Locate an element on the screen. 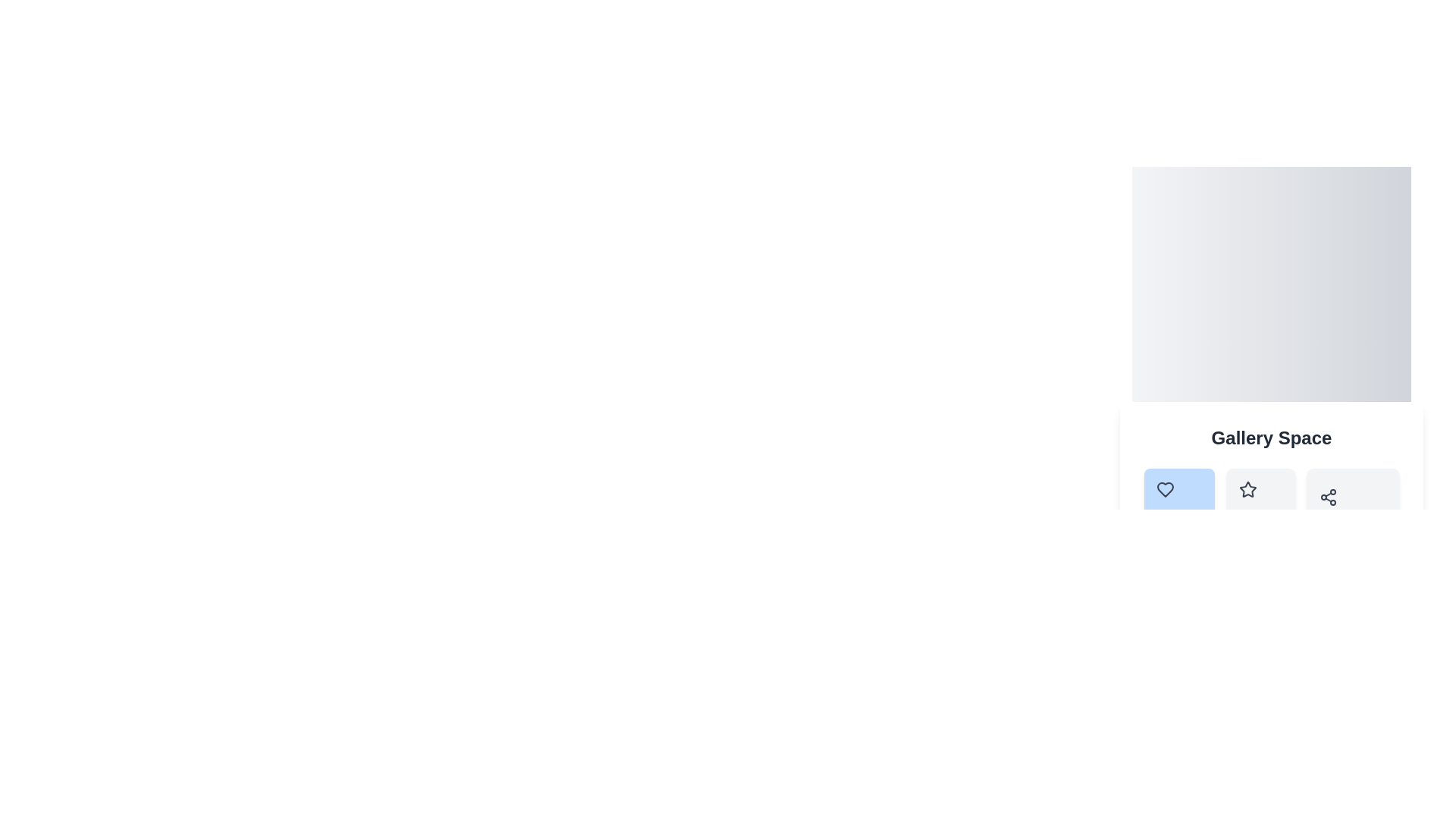 The image size is (1456, 819). the star-shaped icon button, which is the second icon in a row of three below the 'Gallery Space' text, to perform a special action is located at coordinates (1248, 489).